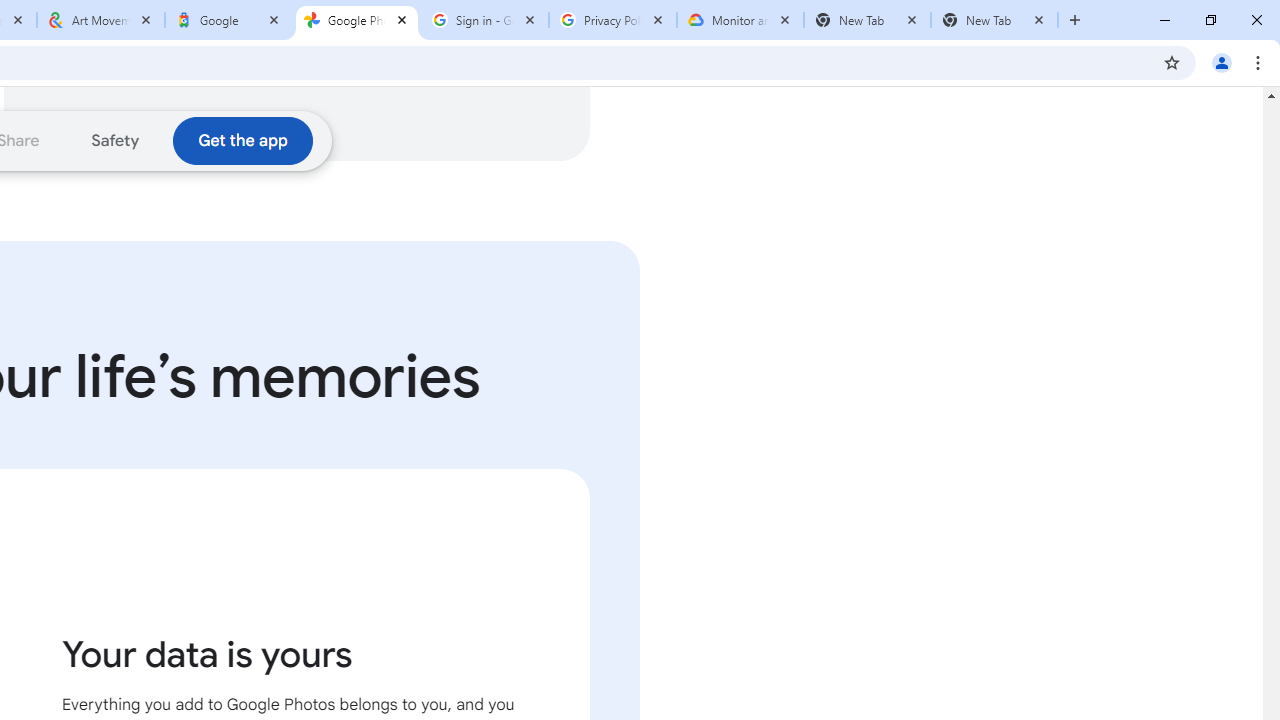 Image resolution: width=1280 pixels, height=720 pixels. What do you see at coordinates (229, 20) in the screenshot?
I see `'Google'` at bounding box center [229, 20].